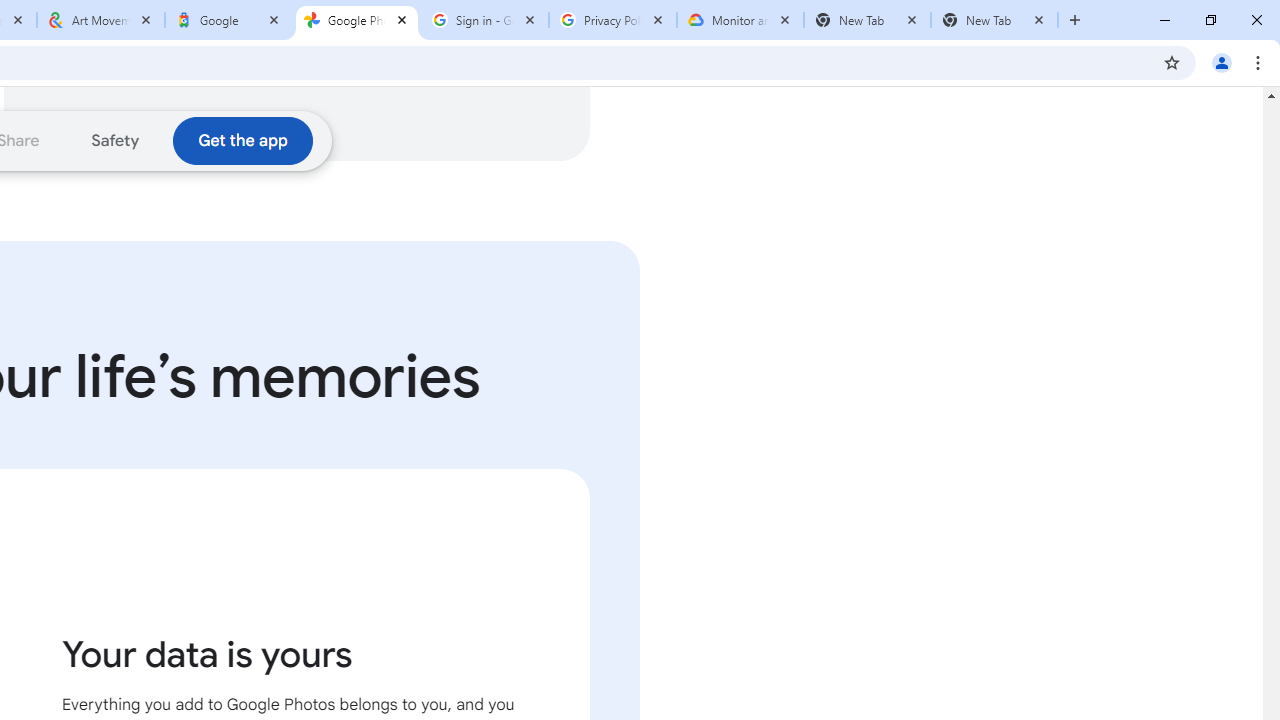 Image resolution: width=1280 pixels, height=720 pixels. What do you see at coordinates (229, 20) in the screenshot?
I see `'Google'` at bounding box center [229, 20].